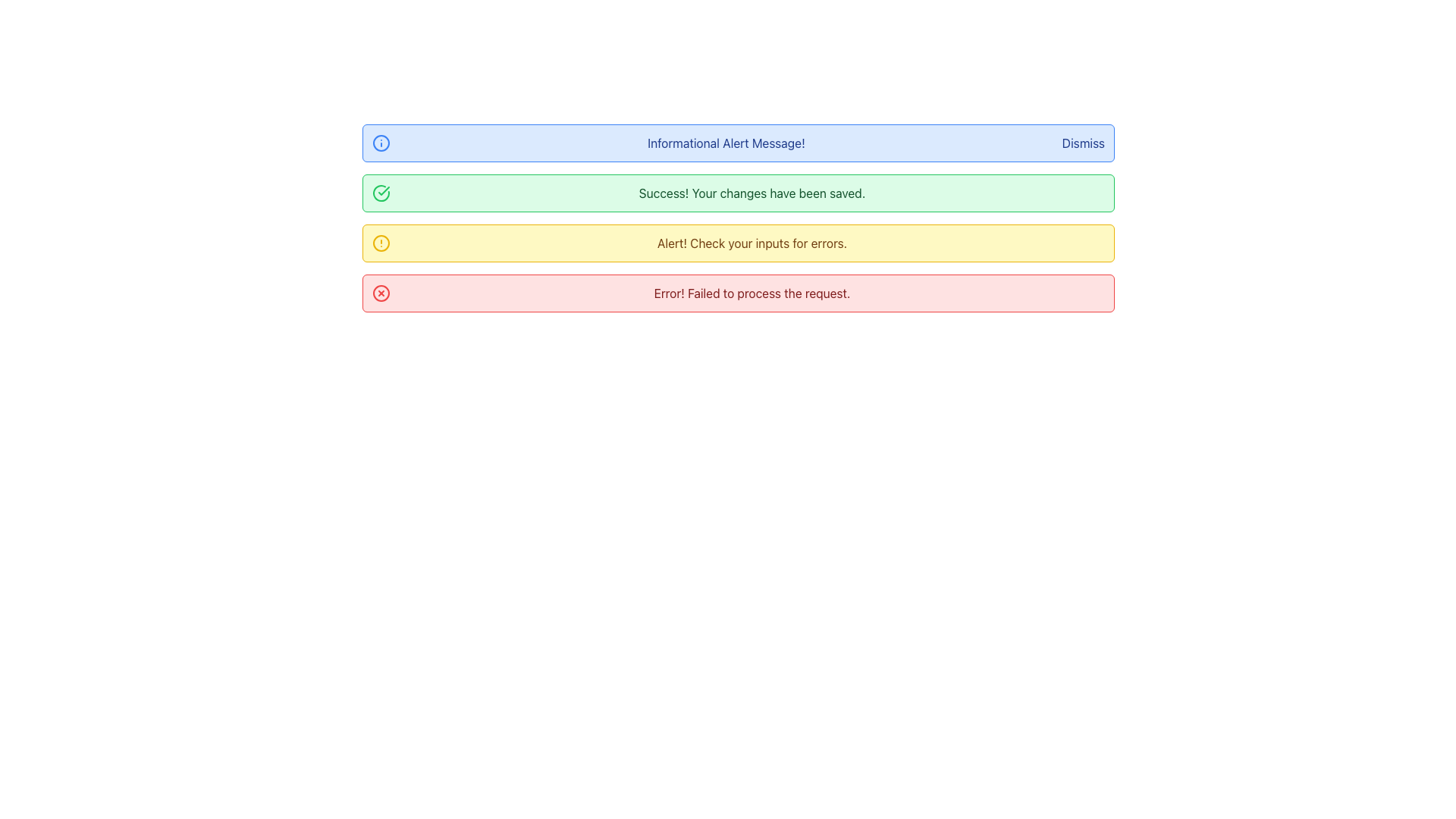 The height and width of the screenshot is (819, 1456). I want to click on the 'Dismiss' button within the blue alert box, so click(1082, 143).